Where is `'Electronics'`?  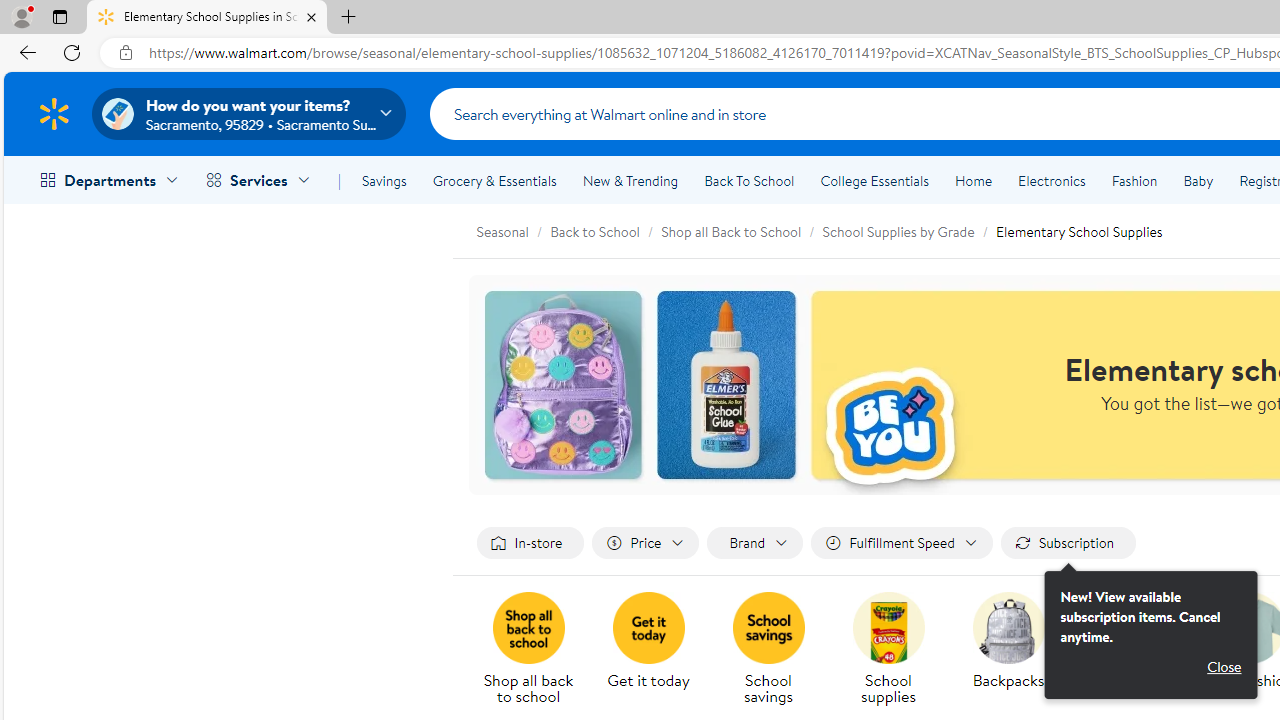
'Electronics' is located at coordinates (1050, 181).